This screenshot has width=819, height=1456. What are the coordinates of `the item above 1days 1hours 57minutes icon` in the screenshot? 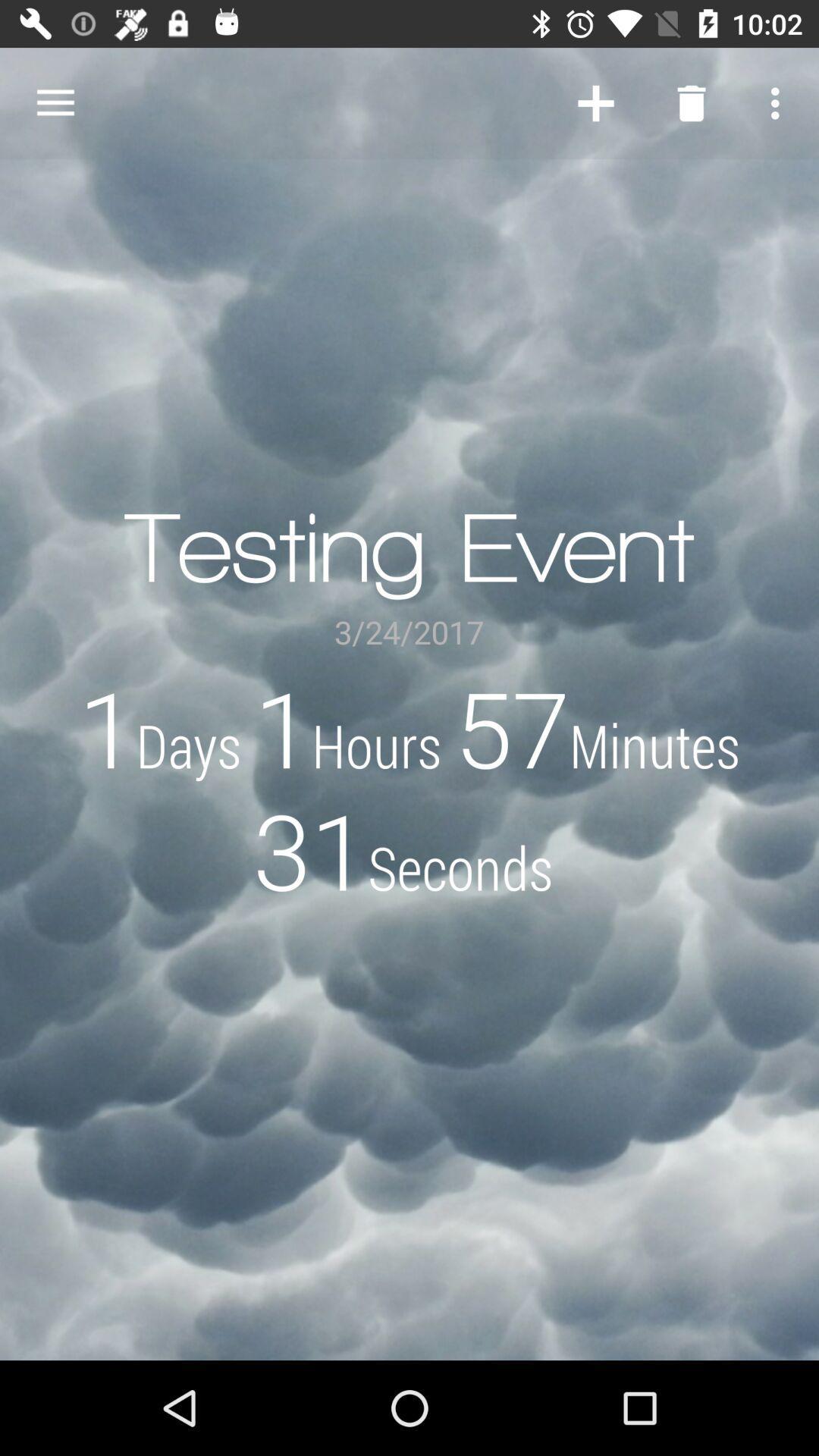 It's located at (55, 102).